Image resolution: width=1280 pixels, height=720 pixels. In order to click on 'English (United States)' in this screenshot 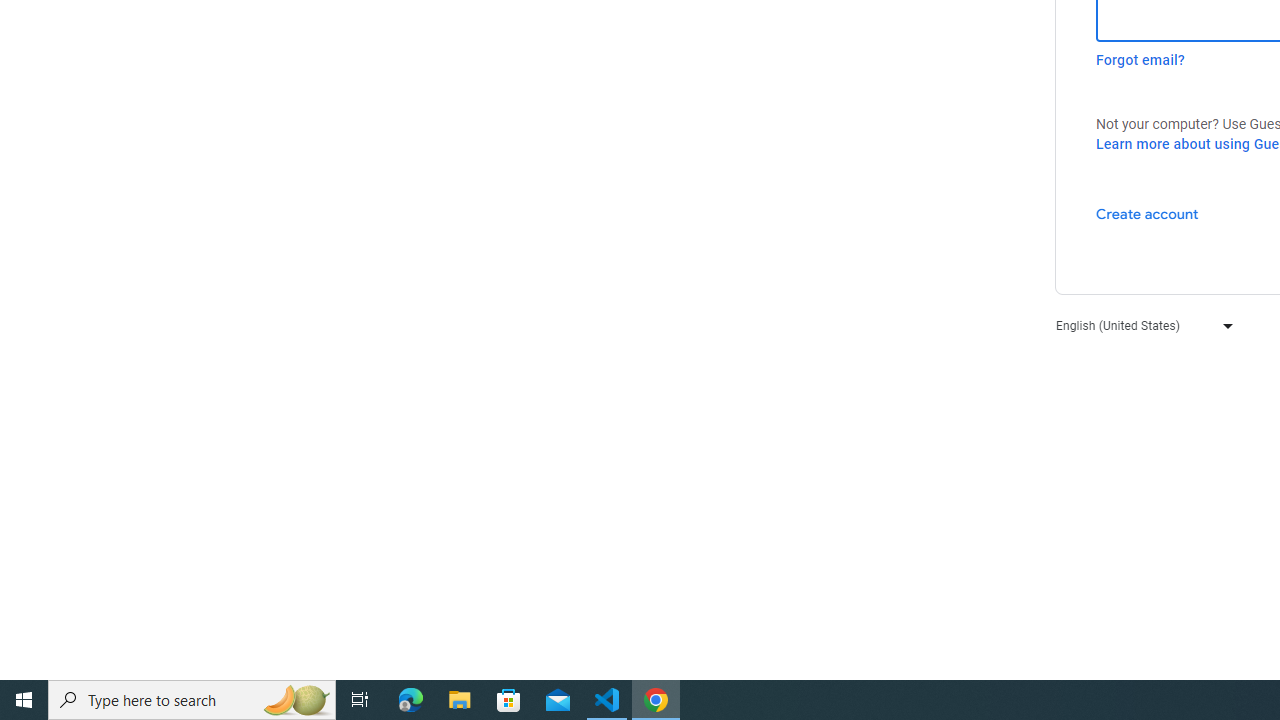, I will do `click(1139, 324)`.